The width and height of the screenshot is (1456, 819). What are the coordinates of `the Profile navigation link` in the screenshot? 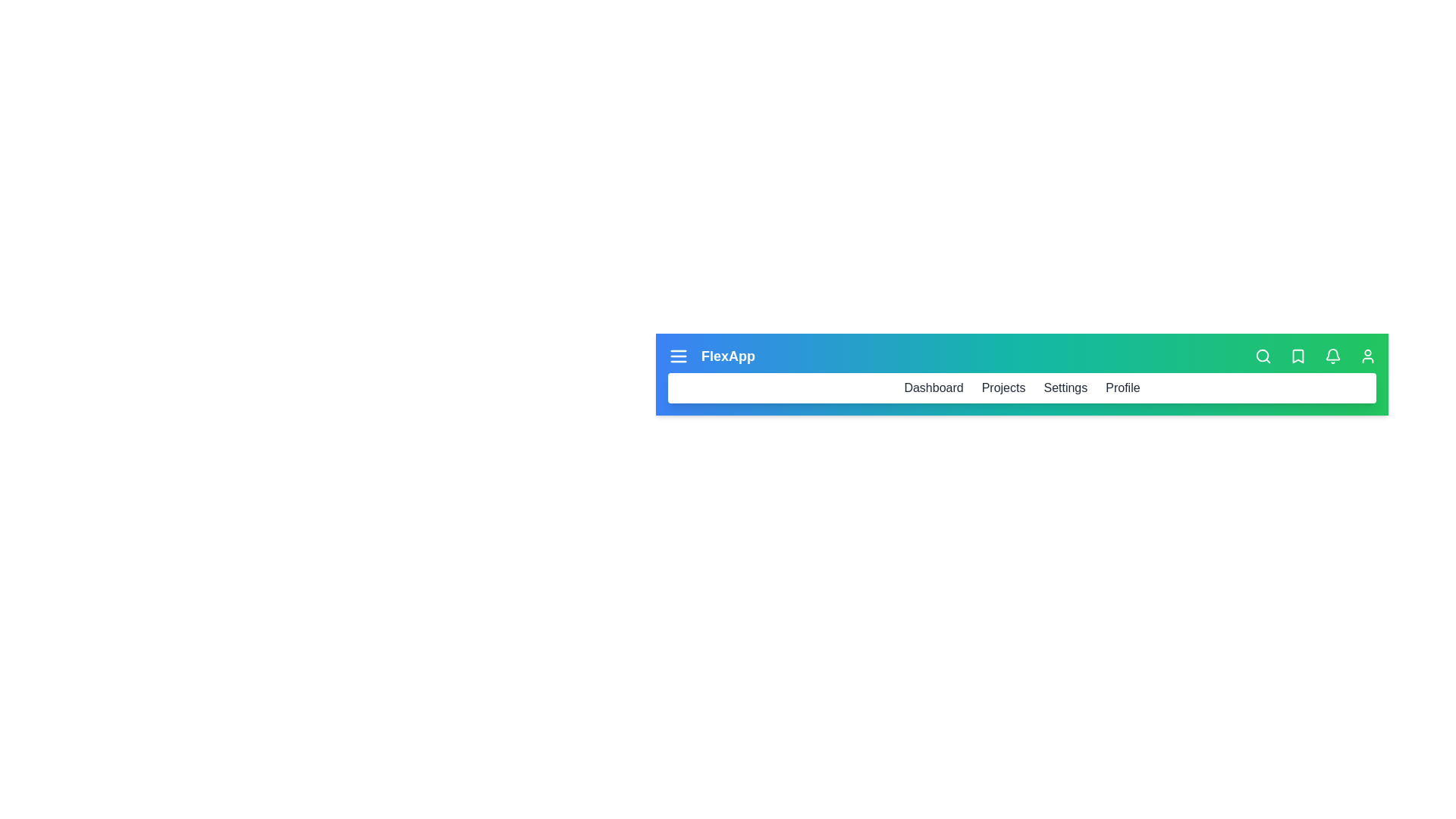 It's located at (1122, 388).